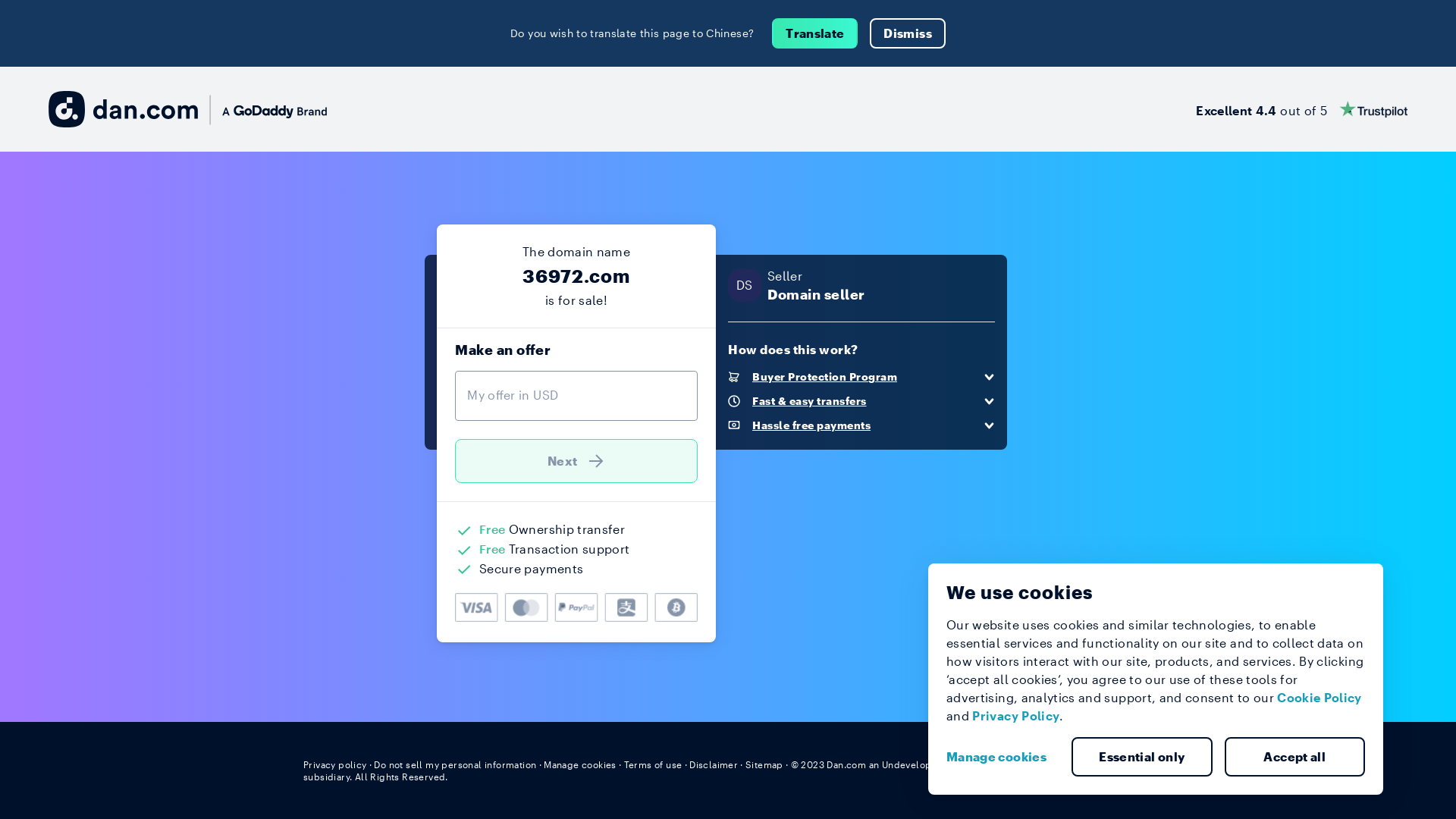 This screenshot has height=819, width=1456. I want to click on 'Accept all', so click(1294, 757).